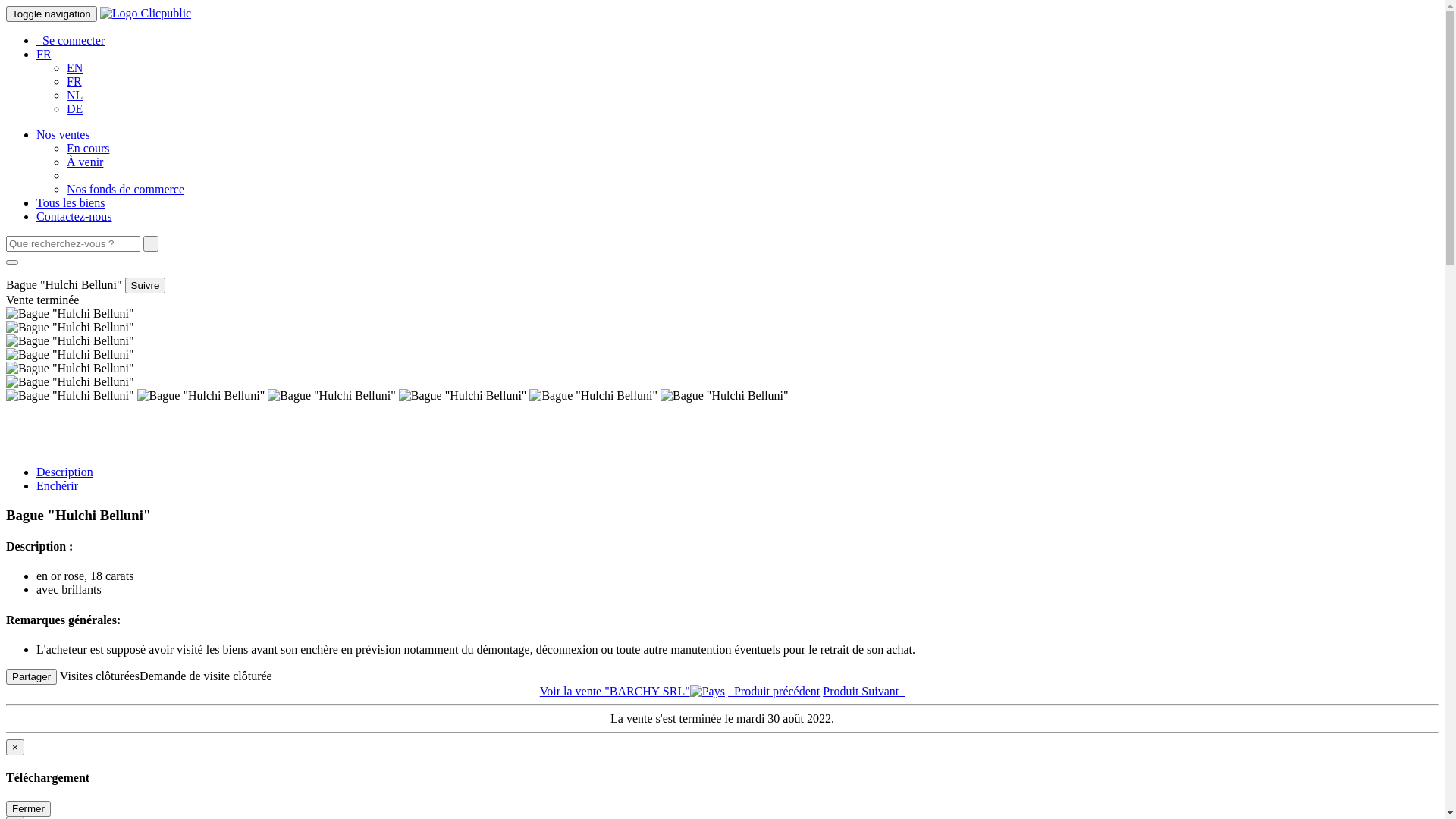 This screenshot has height=819, width=1456. I want to click on 'Bague "Hulchi Belluni"', so click(200, 394).